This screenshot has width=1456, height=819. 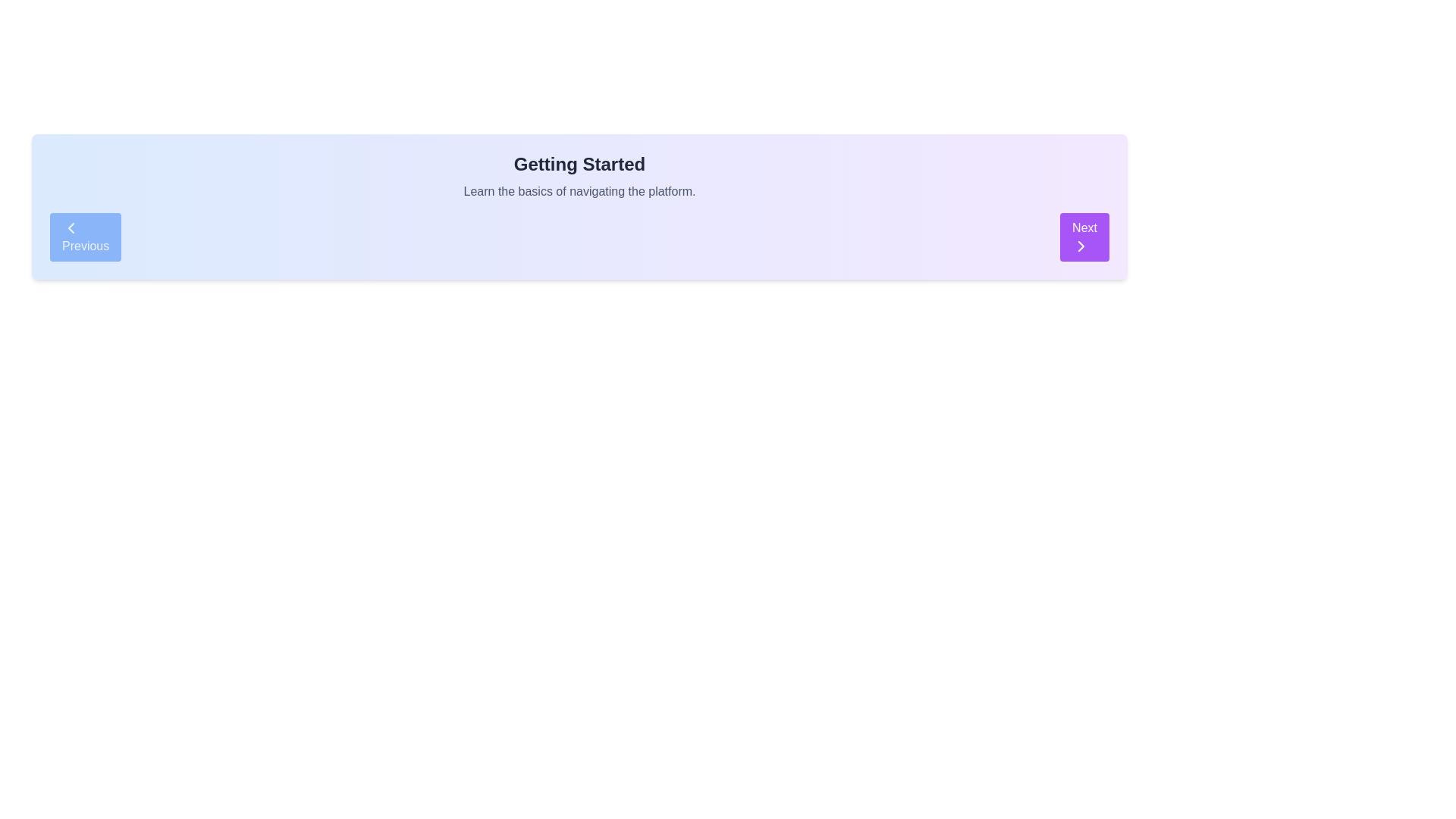 What do you see at coordinates (1084, 237) in the screenshot?
I see `the navigation button located on the right side of the interface` at bounding box center [1084, 237].